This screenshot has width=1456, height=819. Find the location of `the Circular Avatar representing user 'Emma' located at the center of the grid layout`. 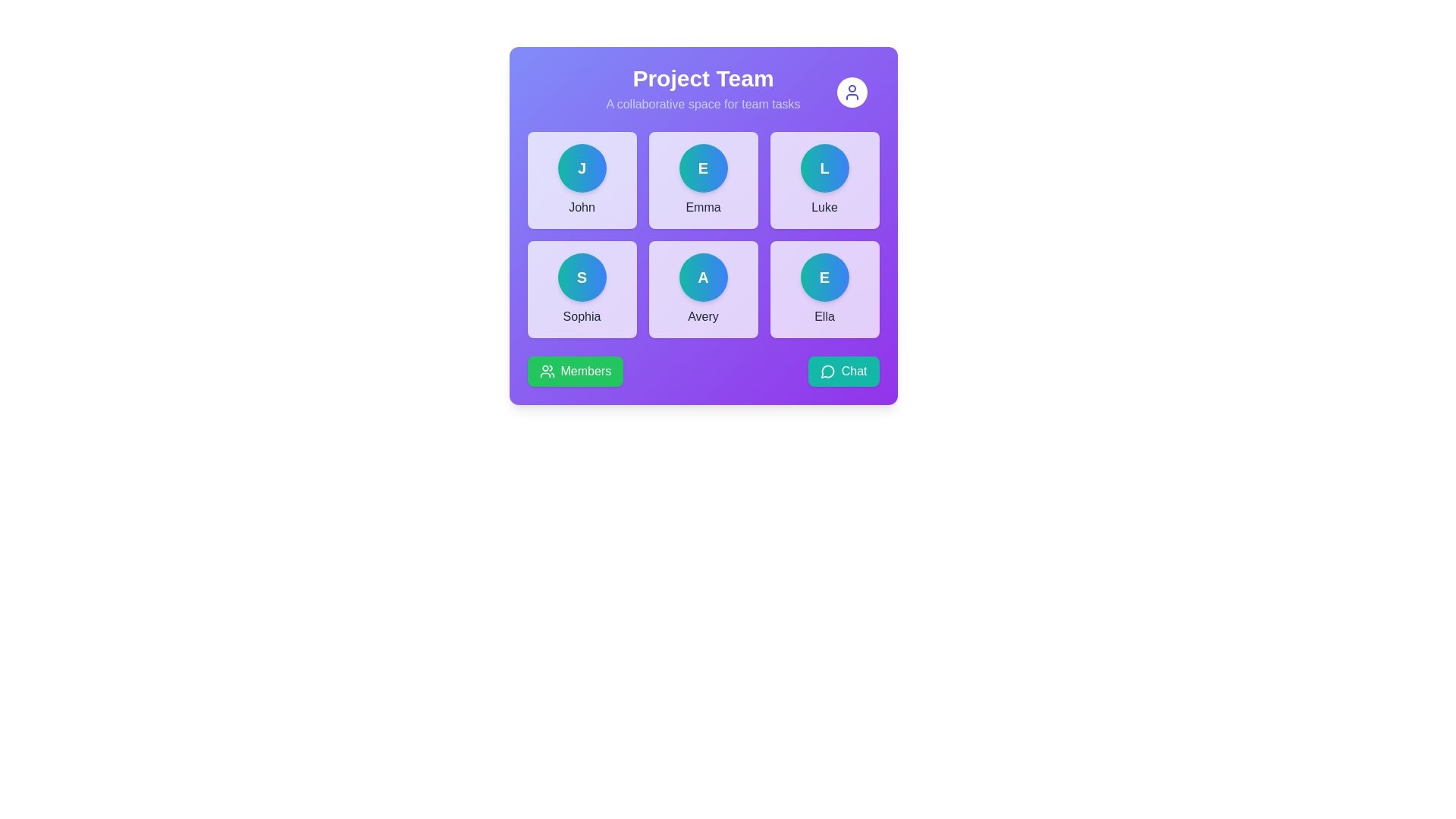

the Circular Avatar representing user 'Emma' located at the center of the grid layout is located at coordinates (702, 168).